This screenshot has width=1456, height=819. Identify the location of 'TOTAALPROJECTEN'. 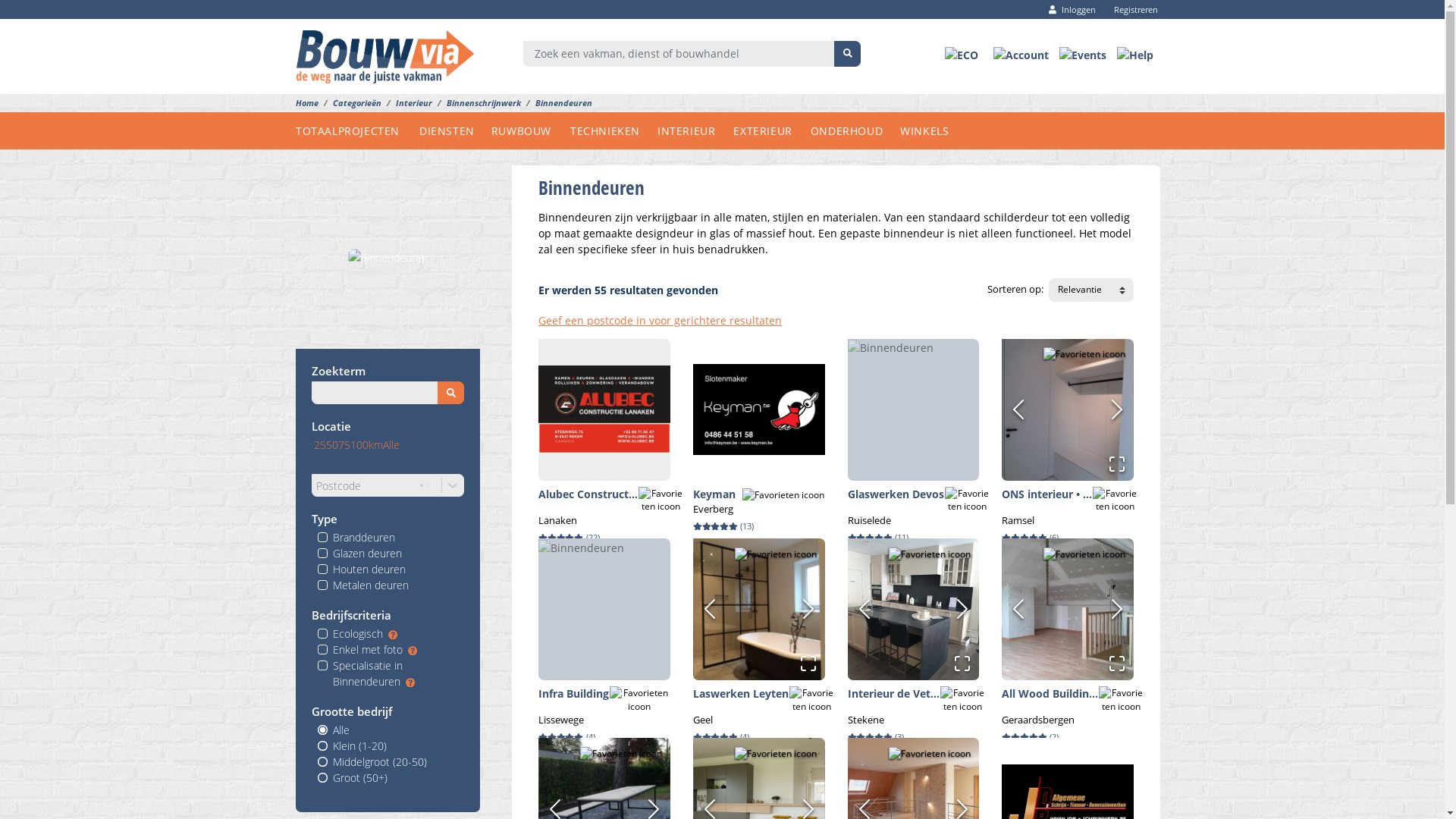
(356, 130).